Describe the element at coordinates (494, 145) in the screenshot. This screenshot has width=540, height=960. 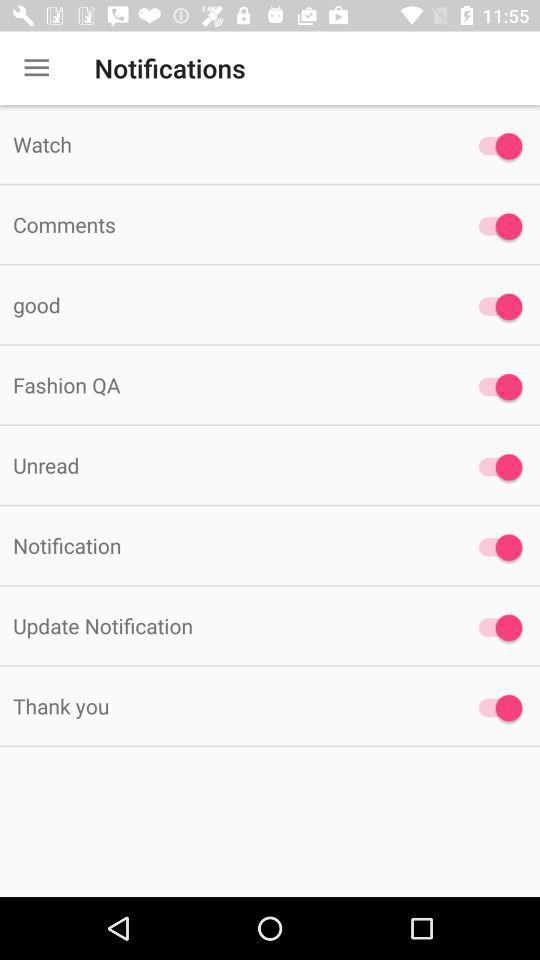
I see `watch option` at that location.